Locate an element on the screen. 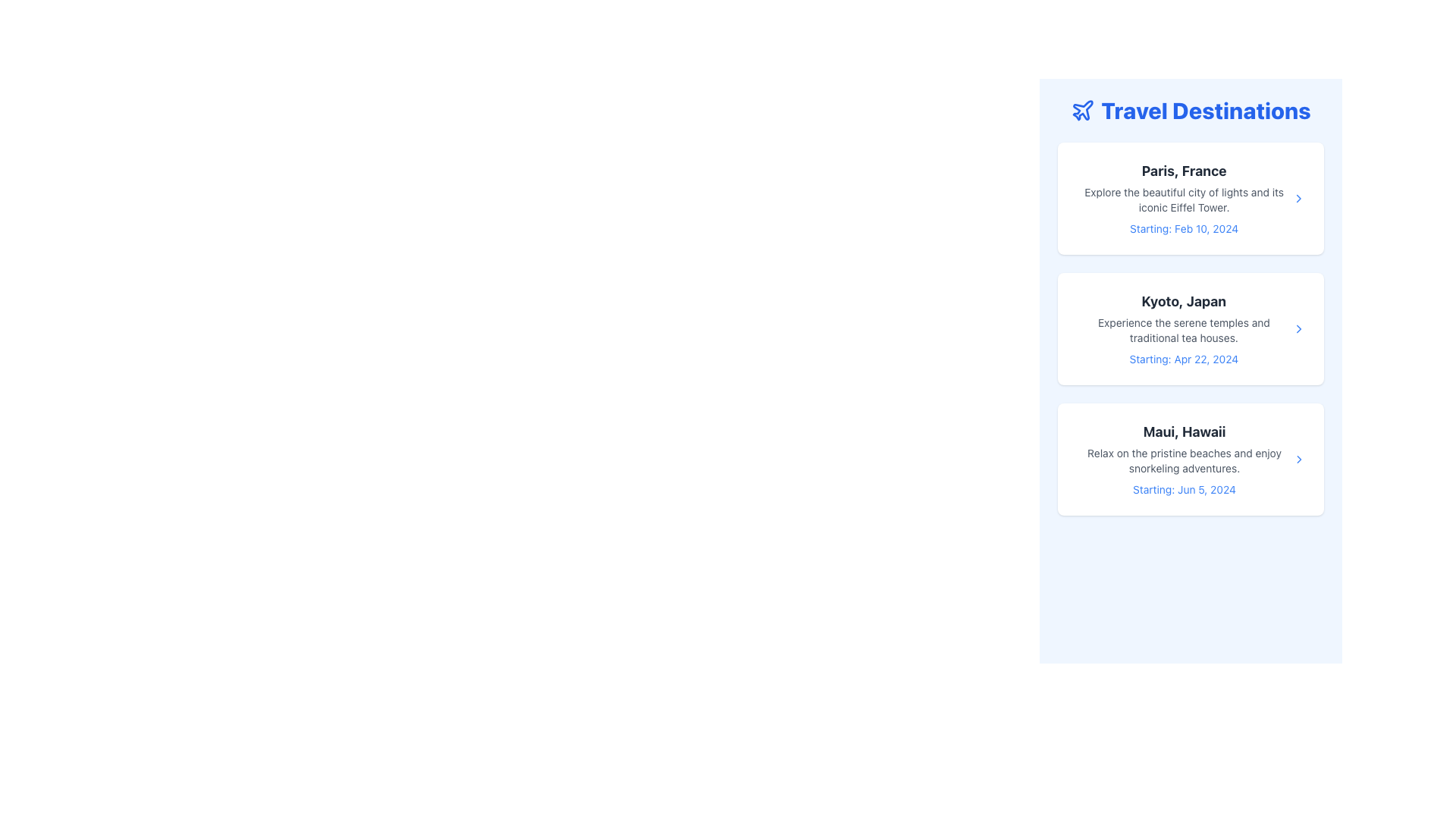 The height and width of the screenshot is (819, 1456). the chevron icon located on the right side of the 'Kyoto, Japan' card in the 'Travel Destinations' list is located at coordinates (1298, 328).